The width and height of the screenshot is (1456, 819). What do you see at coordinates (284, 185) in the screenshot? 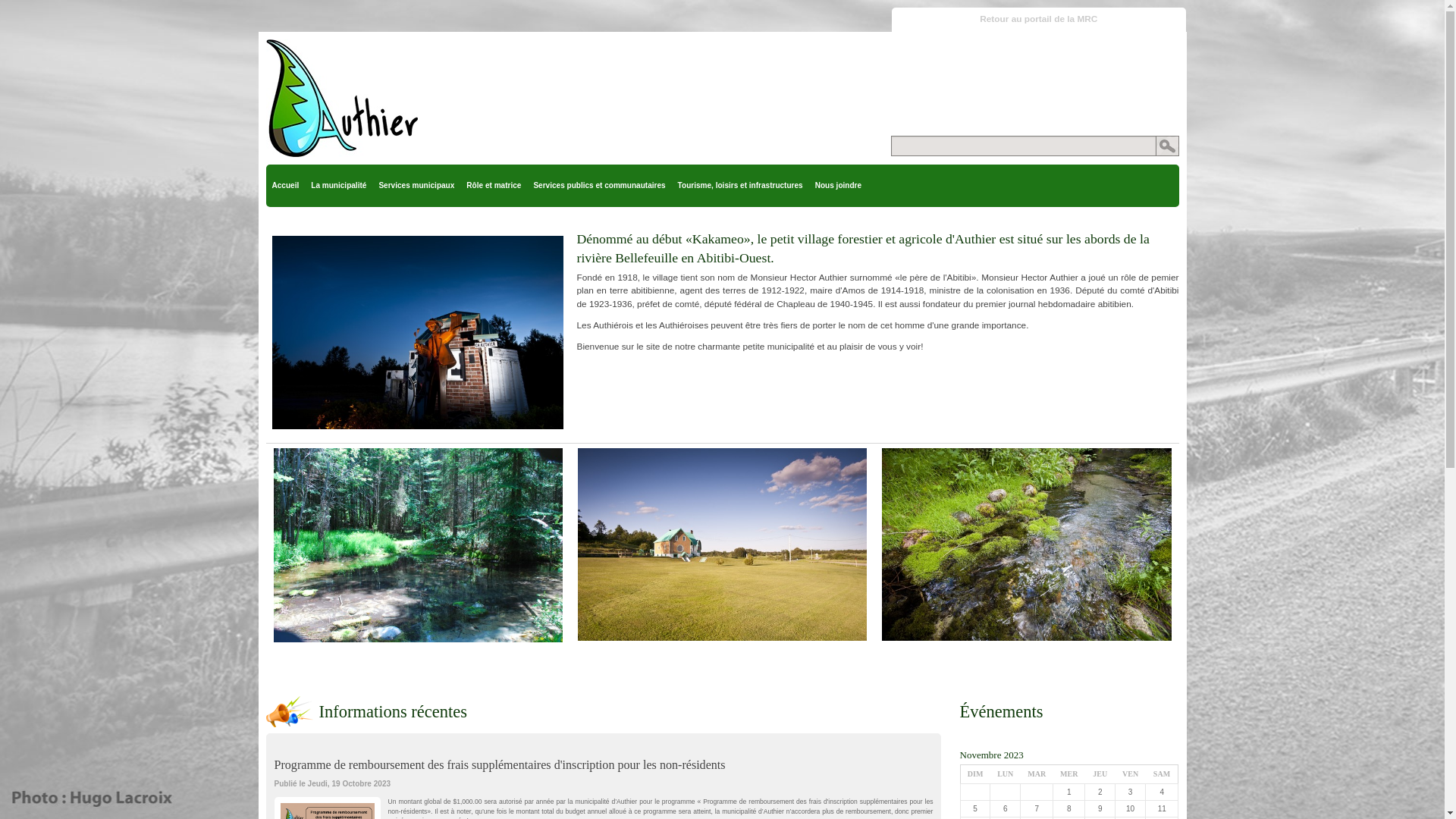
I see `'Accueil'` at bounding box center [284, 185].